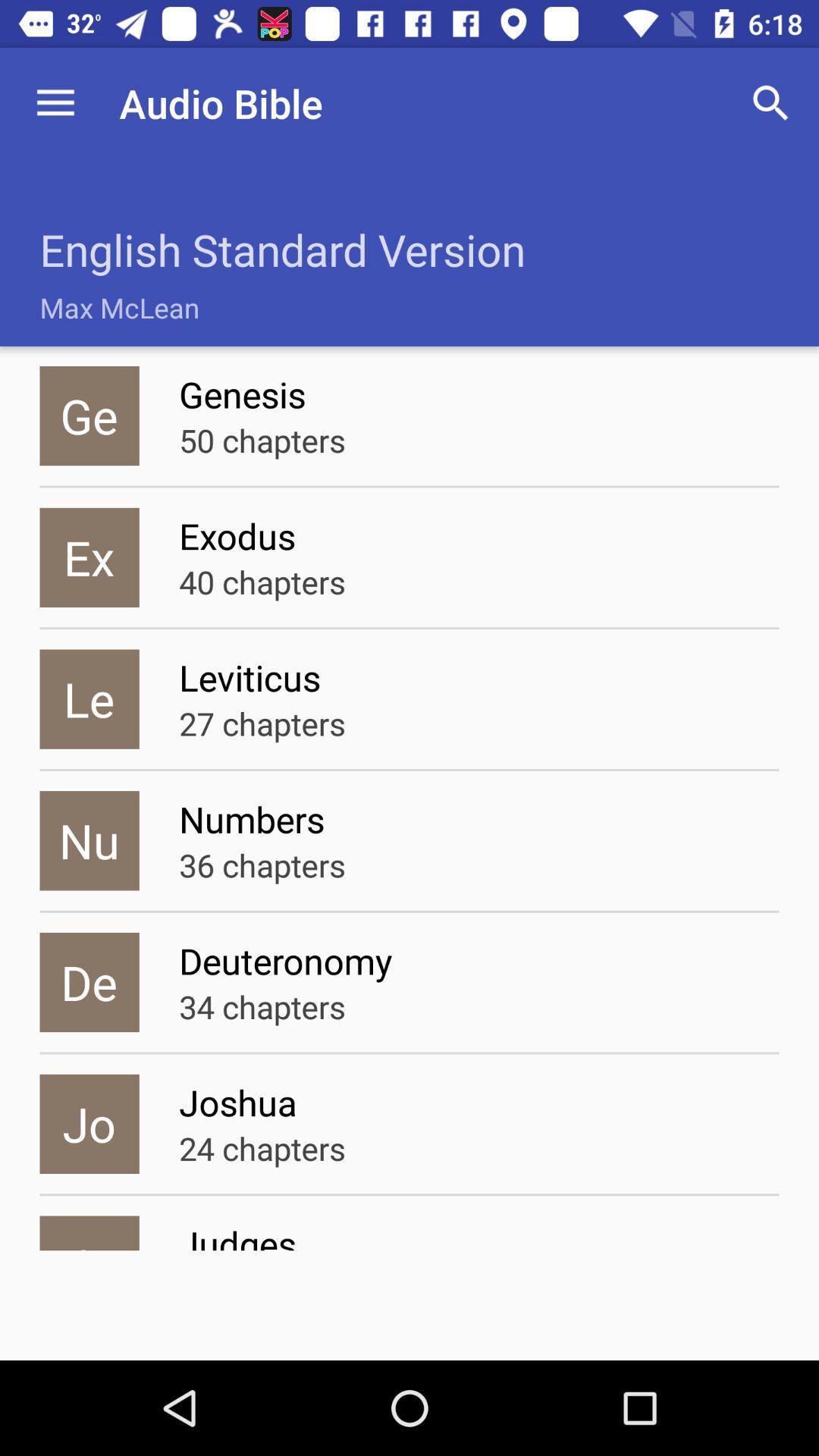 The width and height of the screenshot is (819, 1456). What do you see at coordinates (55, 102) in the screenshot?
I see `the item next to the audio bible` at bounding box center [55, 102].